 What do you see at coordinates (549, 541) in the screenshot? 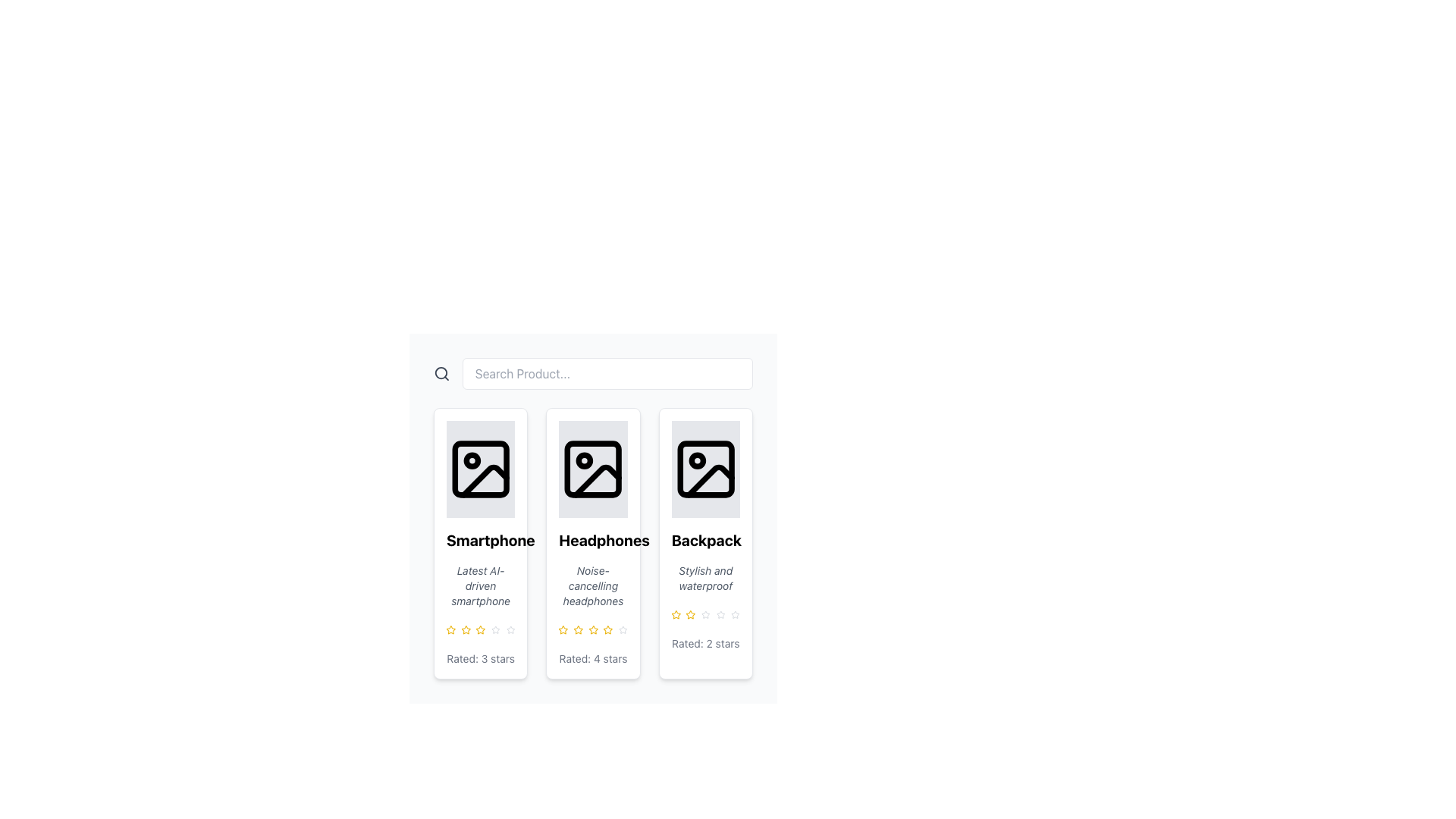
I see `the status representation of the green checkmark icon within the 'Headphones' product card, located in the title area below the image` at bounding box center [549, 541].